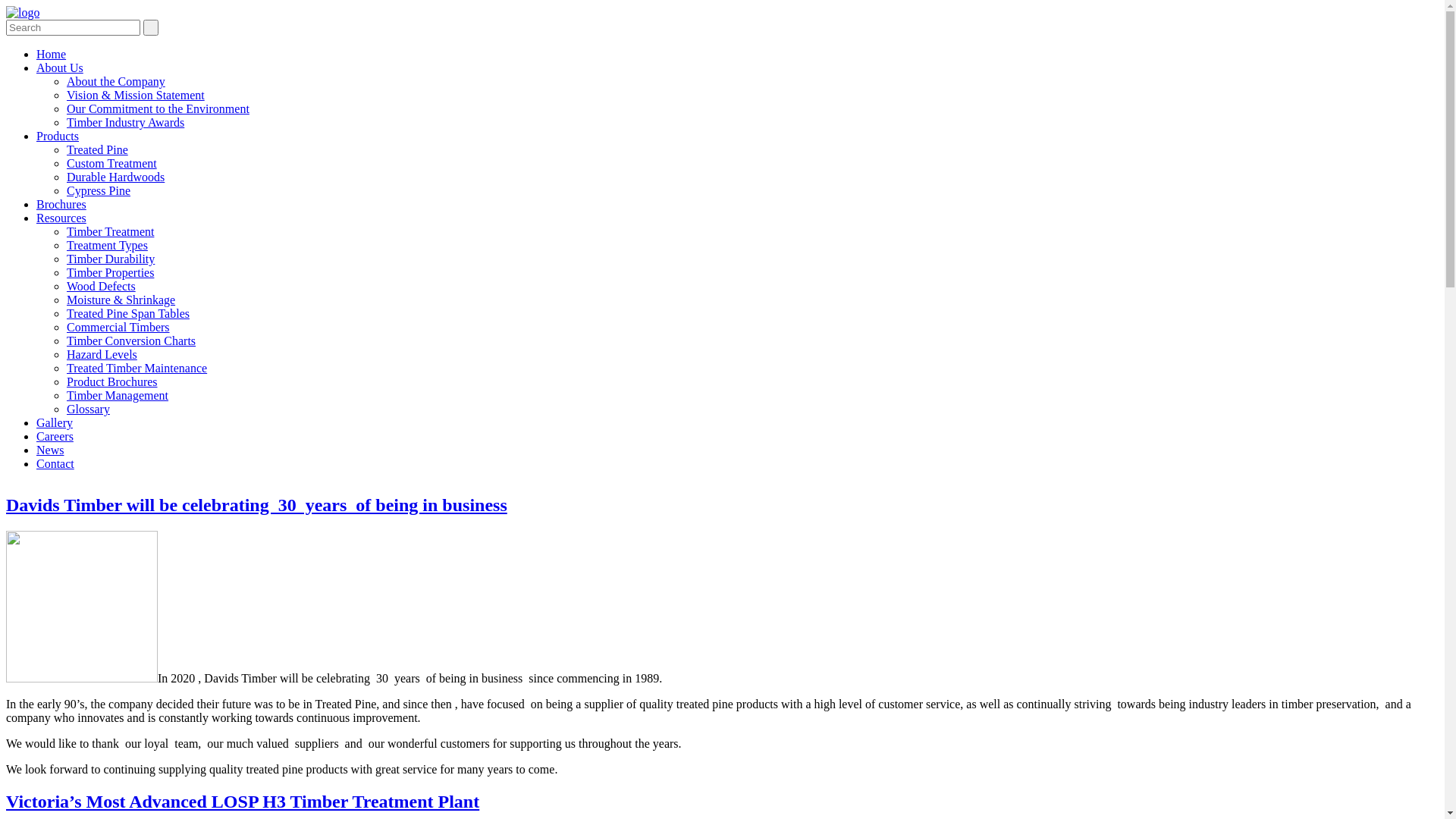 This screenshot has width=1456, height=819. What do you see at coordinates (158, 108) in the screenshot?
I see `'Our Commitment to the Environment'` at bounding box center [158, 108].